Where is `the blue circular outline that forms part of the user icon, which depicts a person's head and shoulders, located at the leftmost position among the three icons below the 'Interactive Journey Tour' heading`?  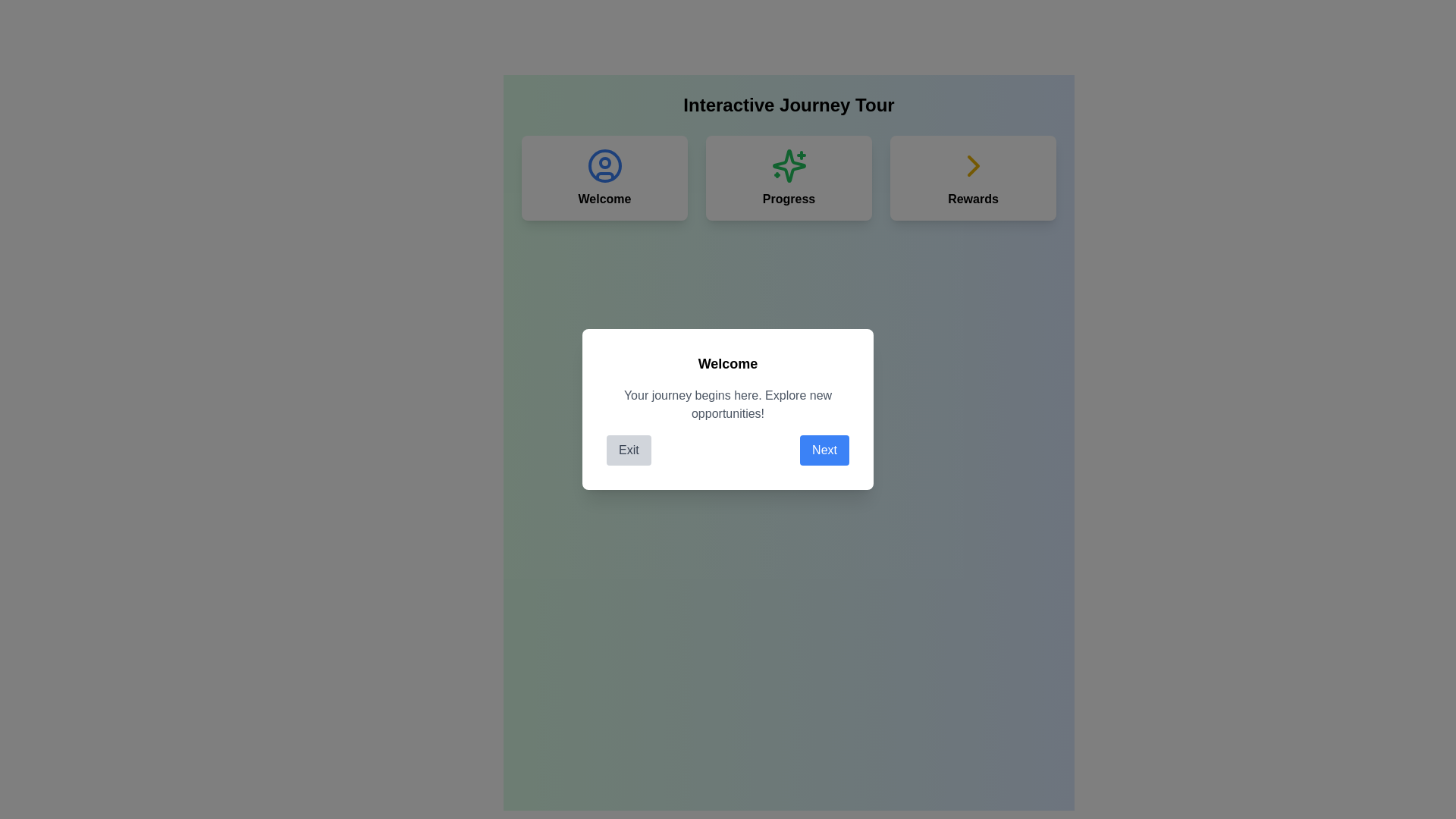 the blue circular outline that forms part of the user icon, which depicts a person's head and shoulders, located at the leftmost position among the three icons below the 'Interactive Journey Tour' heading is located at coordinates (604, 166).